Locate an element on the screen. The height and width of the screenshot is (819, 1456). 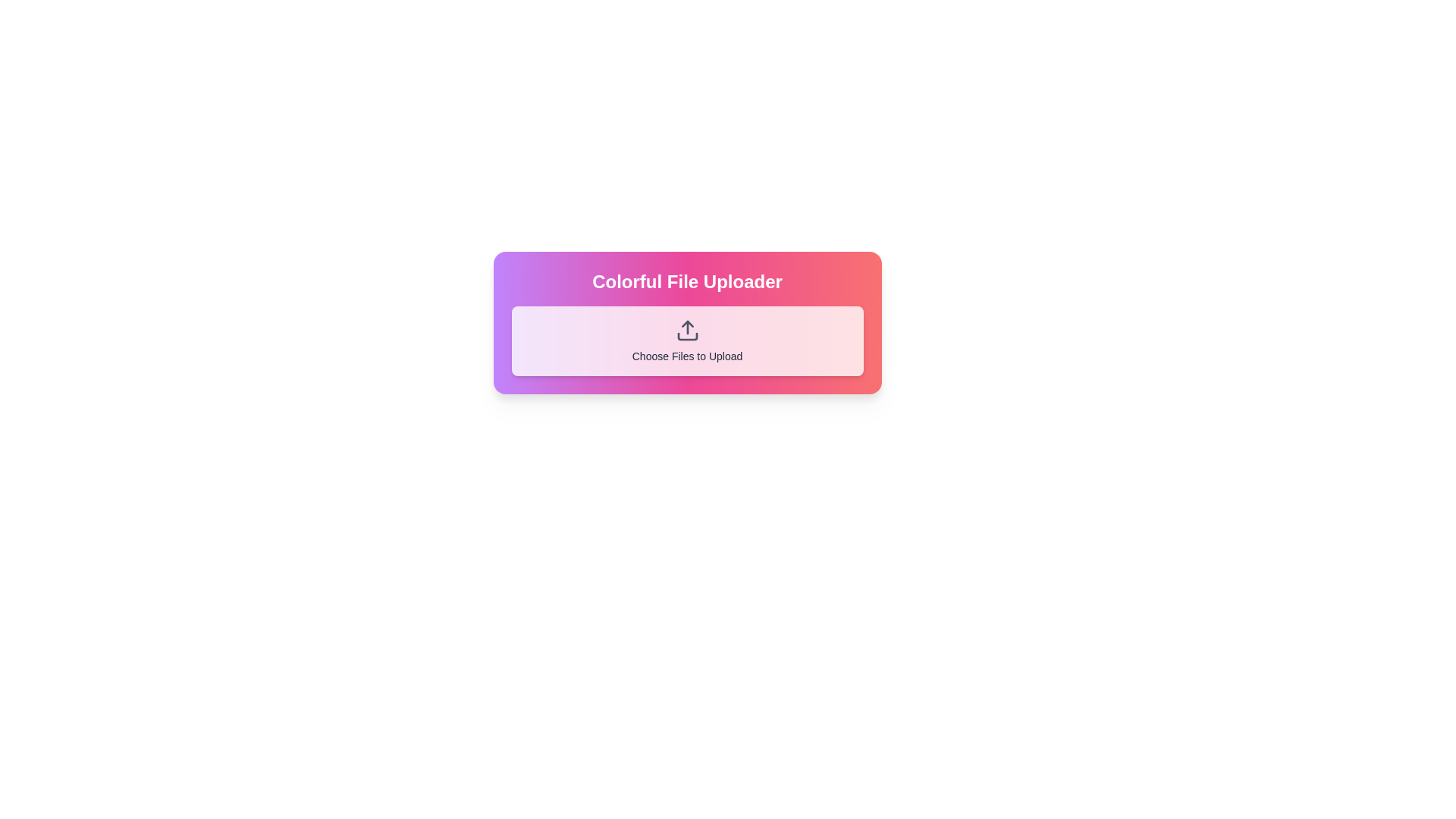
the file upload area of the 'Colorful File Uploader' component to upload files is located at coordinates (686, 322).